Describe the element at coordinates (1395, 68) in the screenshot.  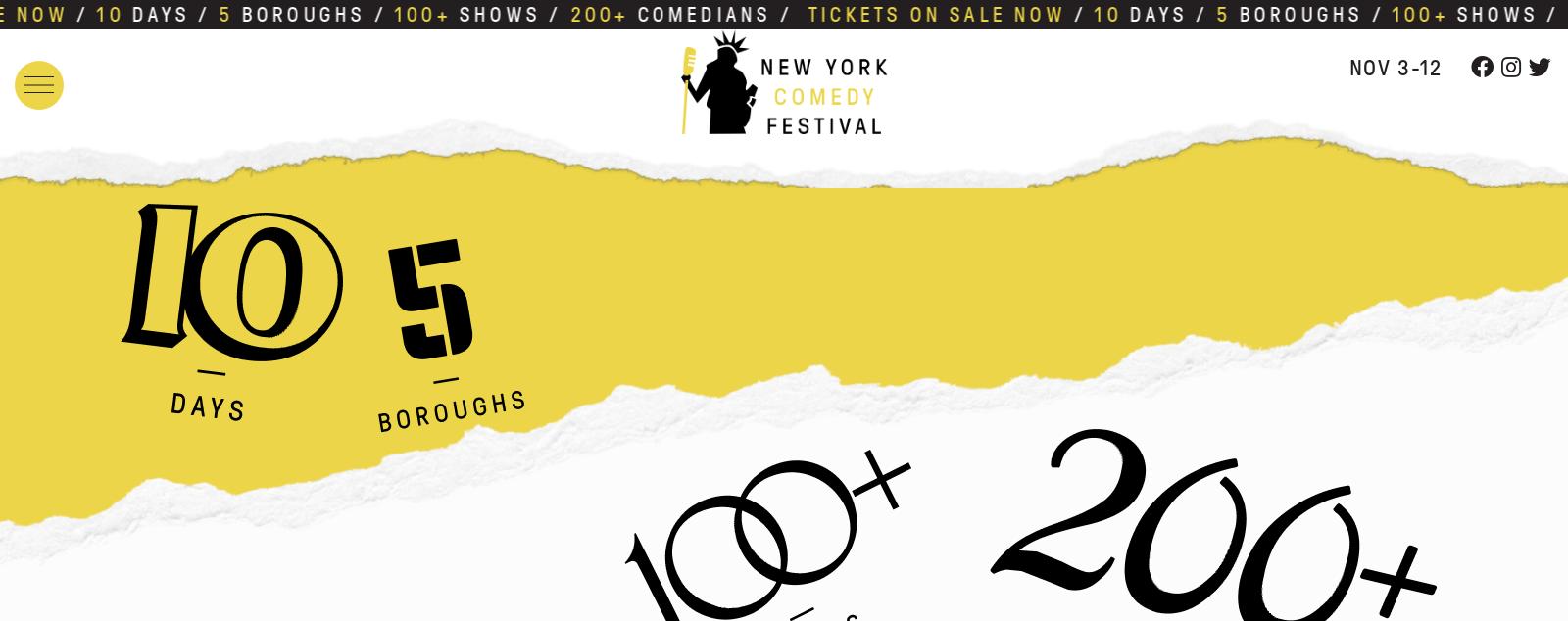
I see `'Nov 3-12'` at that location.